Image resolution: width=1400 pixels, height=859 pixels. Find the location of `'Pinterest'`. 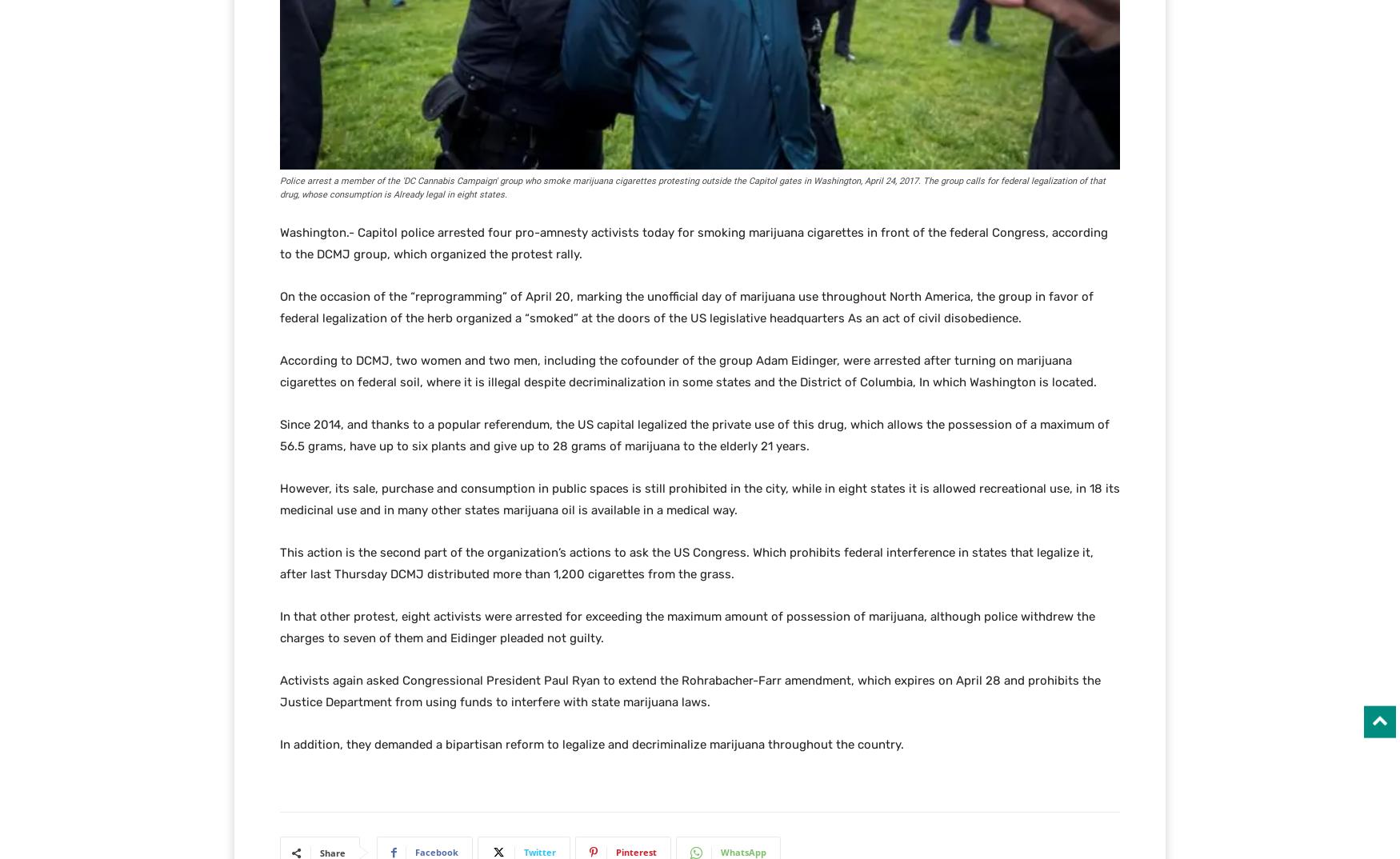

'Pinterest' is located at coordinates (635, 852).